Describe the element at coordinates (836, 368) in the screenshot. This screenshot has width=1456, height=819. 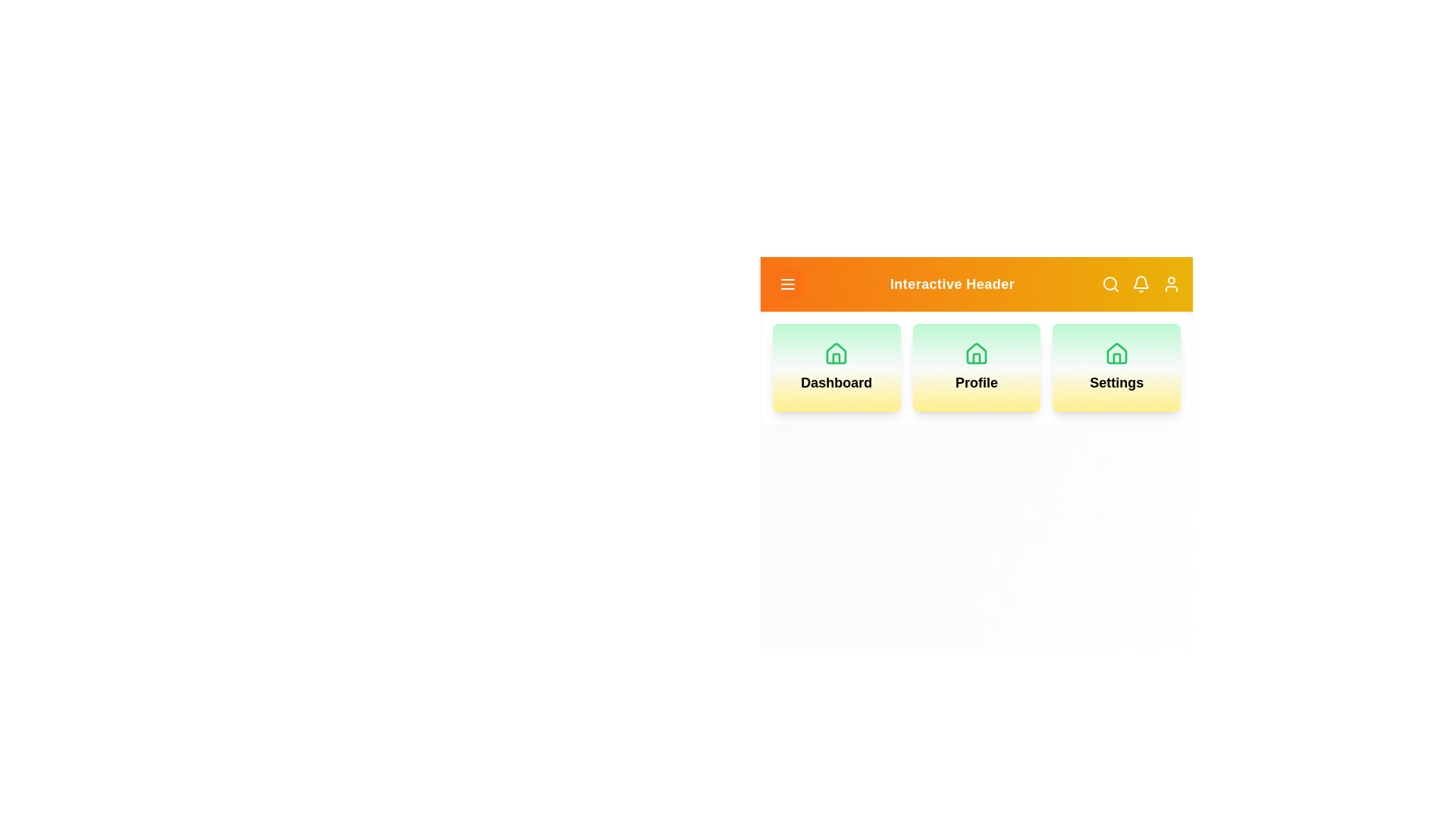
I see `the Dashboard card to navigate to the Dashboard` at that location.